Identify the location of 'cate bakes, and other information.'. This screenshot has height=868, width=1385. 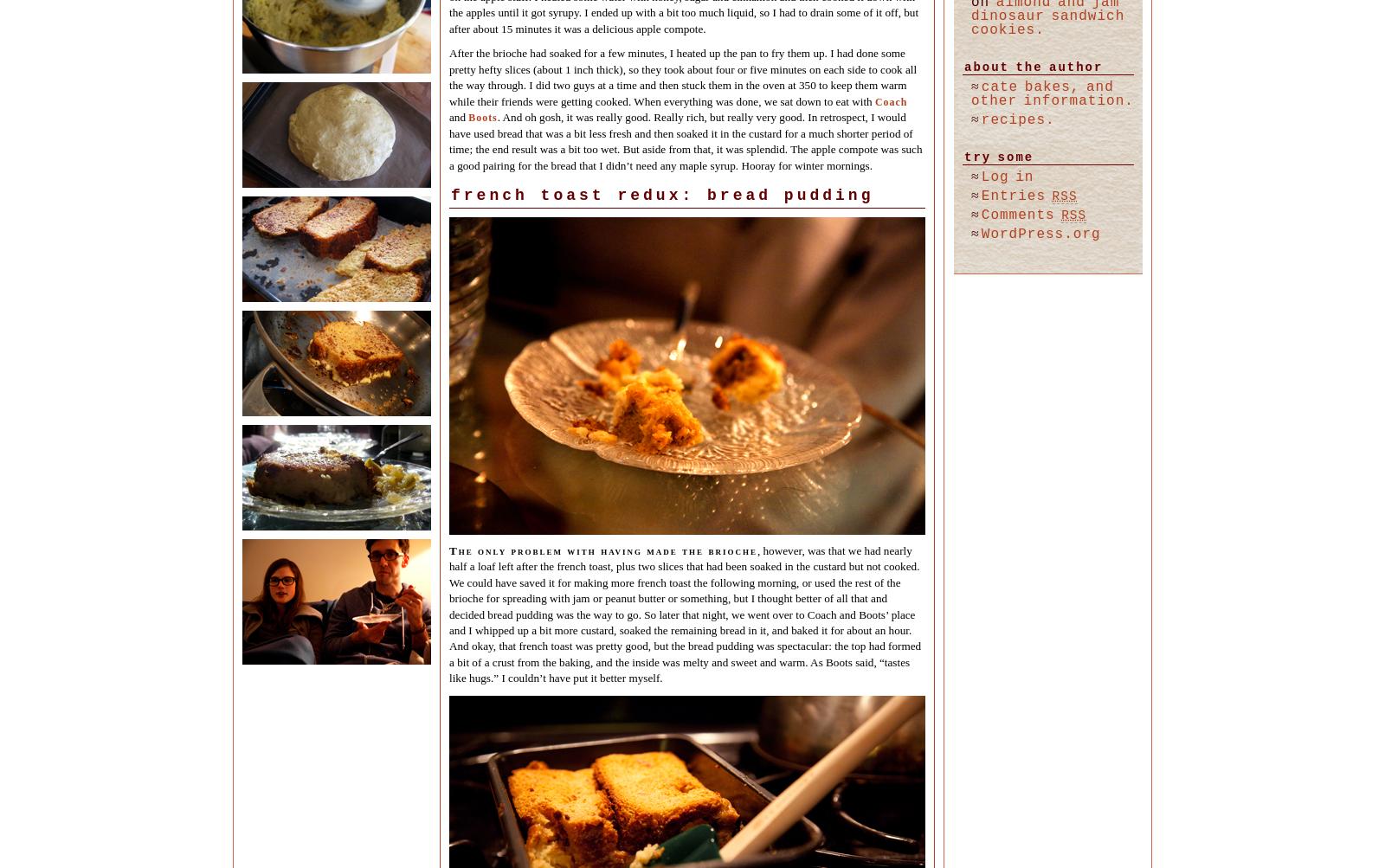
(1051, 93).